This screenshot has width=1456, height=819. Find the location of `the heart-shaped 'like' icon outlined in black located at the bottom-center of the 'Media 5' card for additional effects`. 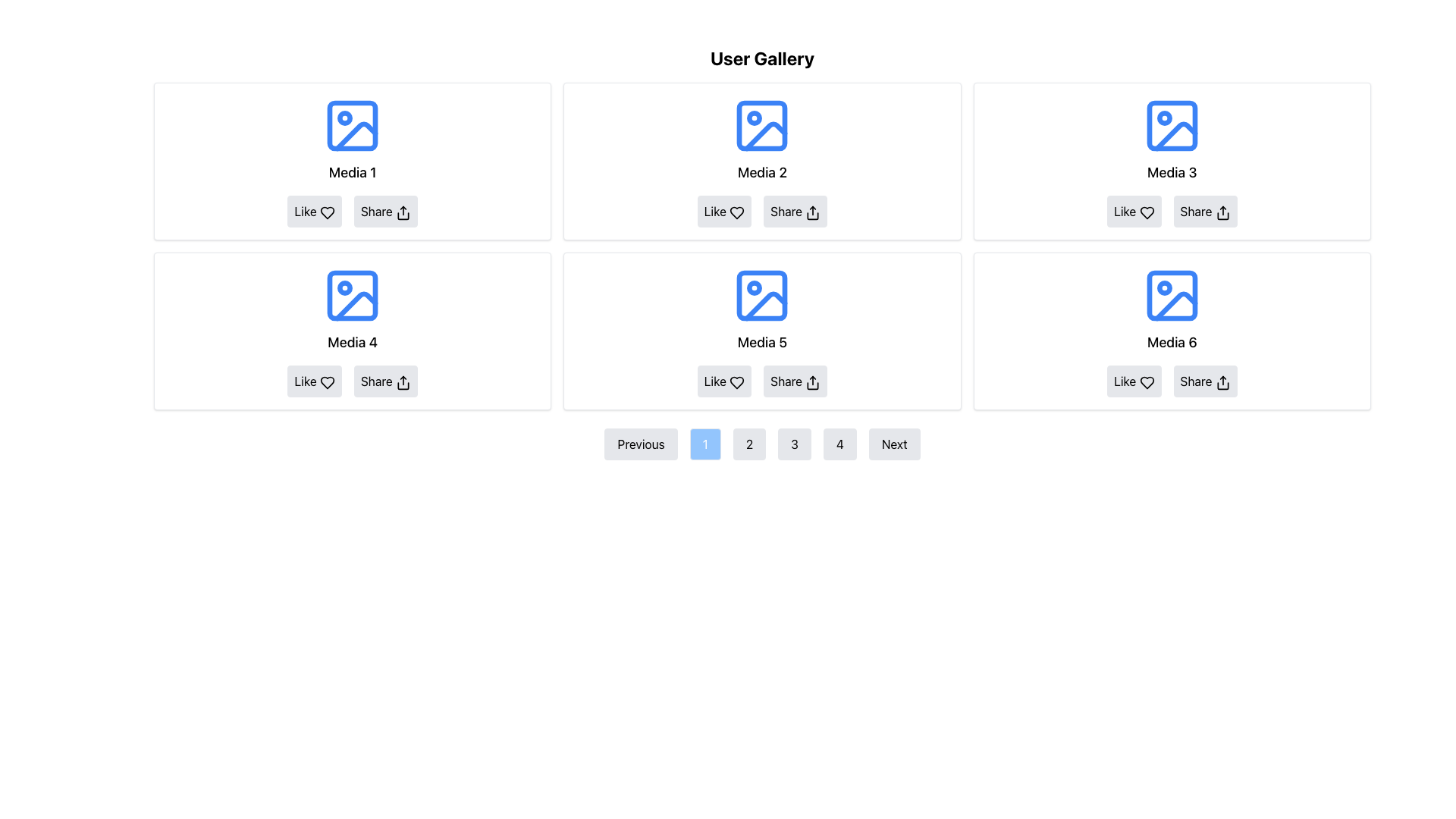

the heart-shaped 'like' icon outlined in black located at the bottom-center of the 'Media 5' card for additional effects is located at coordinates (737, 381).